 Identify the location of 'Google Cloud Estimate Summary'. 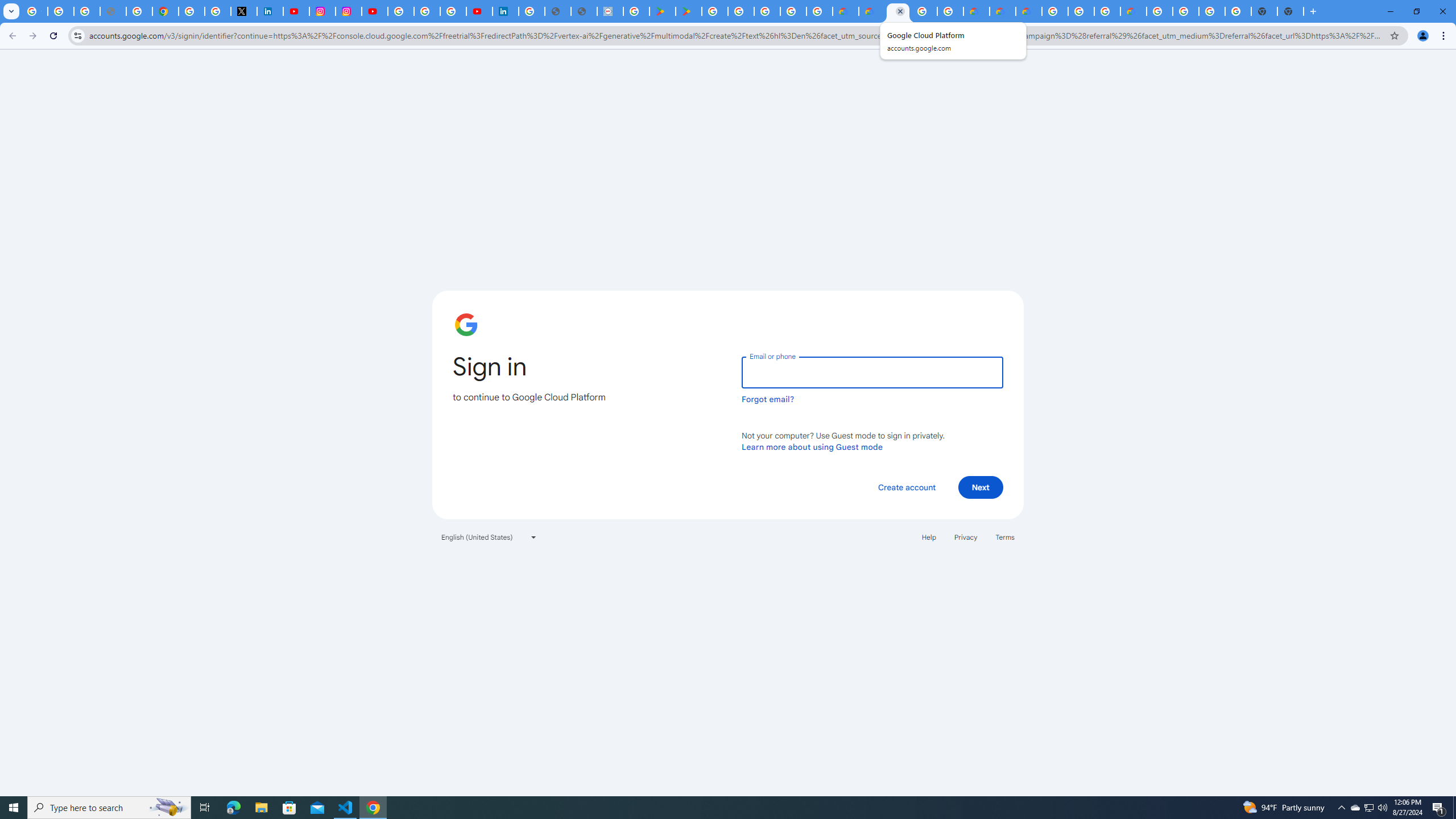
(1028, 11).